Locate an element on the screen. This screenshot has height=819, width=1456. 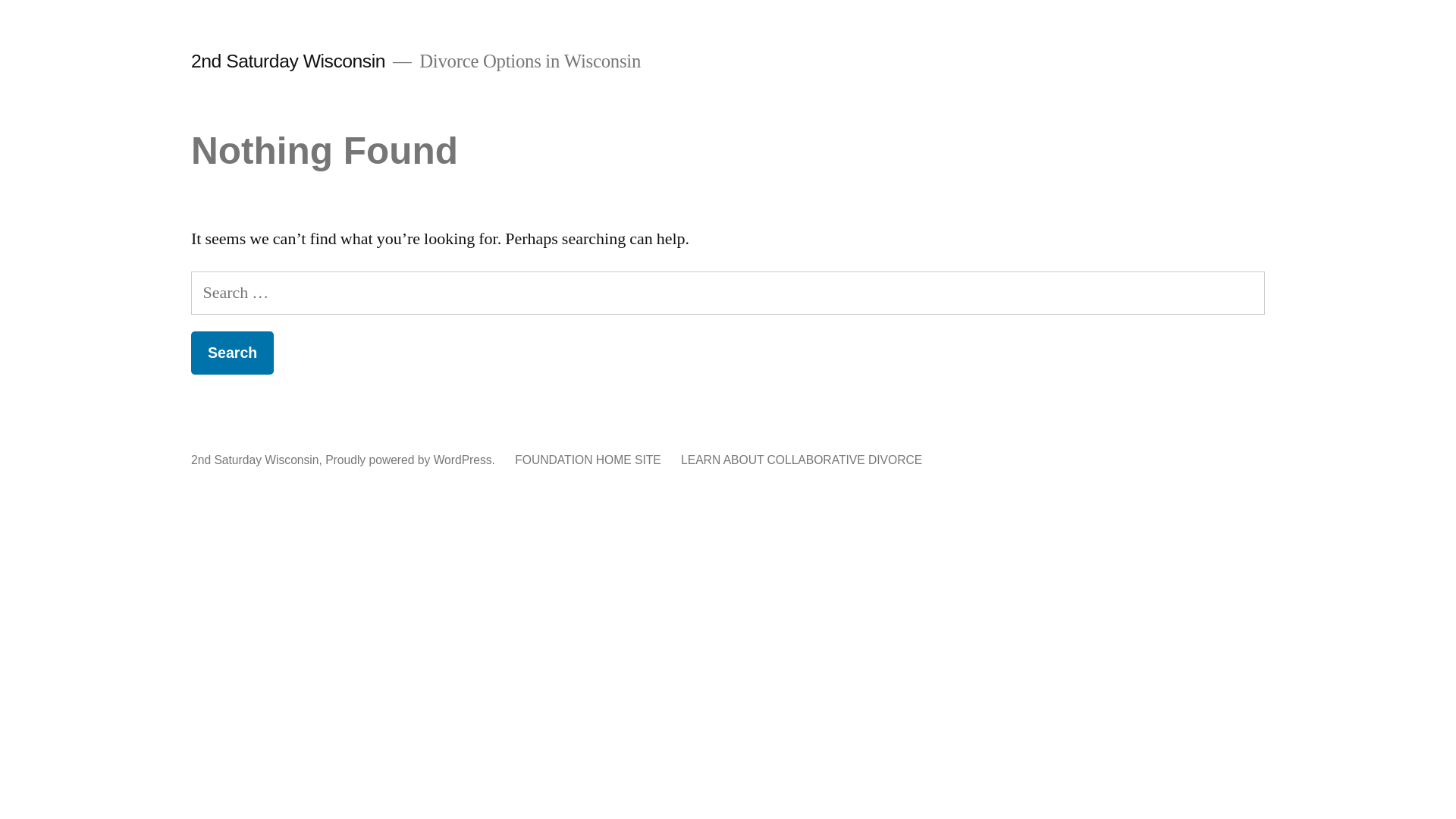
'Search' is located at coordinates (231, 353).